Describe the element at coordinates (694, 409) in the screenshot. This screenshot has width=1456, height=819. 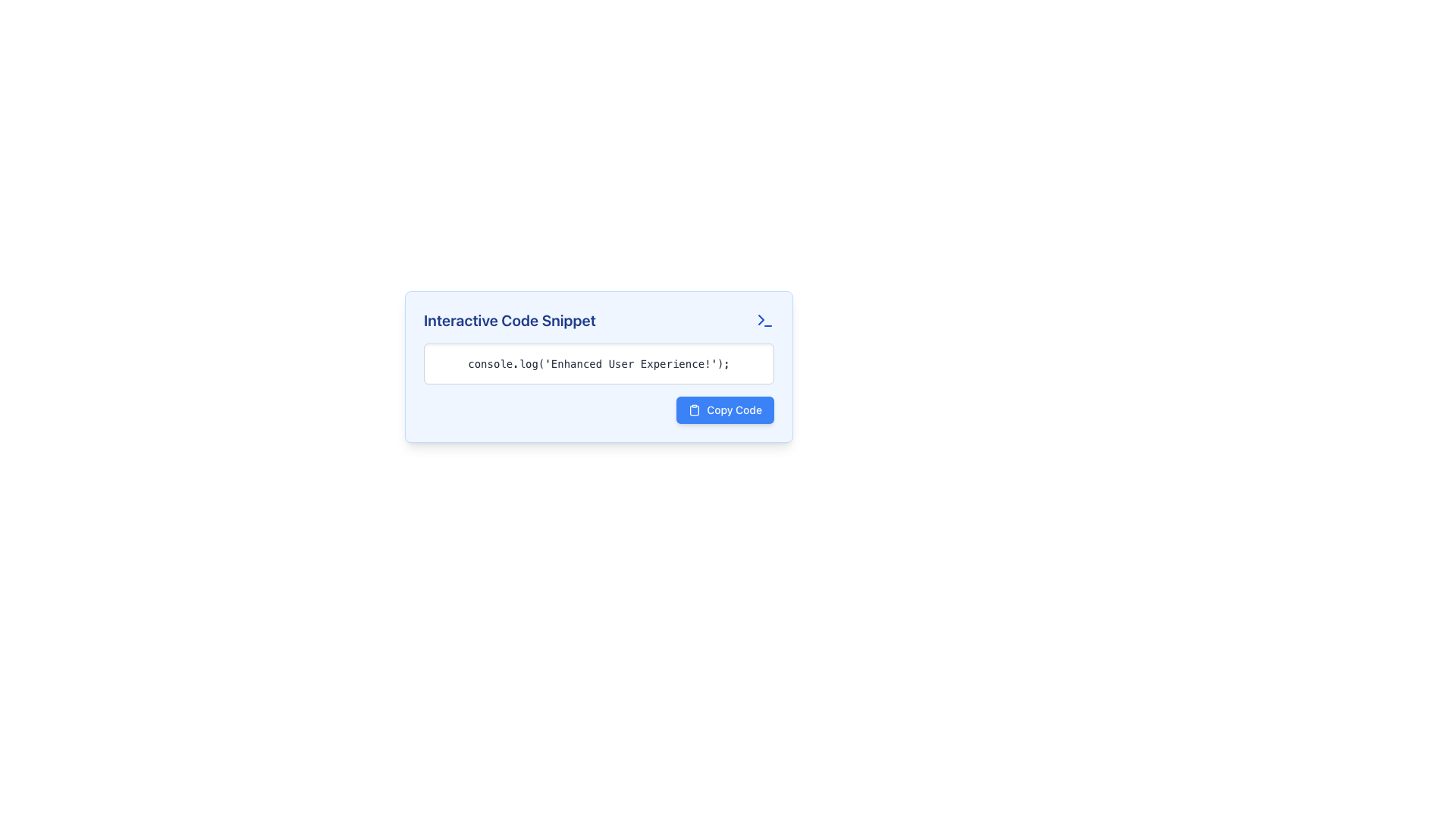
I see `the clipboard icon located on the left-hand side of the 'Copy Code' button underneath the code snippet box` at that location.